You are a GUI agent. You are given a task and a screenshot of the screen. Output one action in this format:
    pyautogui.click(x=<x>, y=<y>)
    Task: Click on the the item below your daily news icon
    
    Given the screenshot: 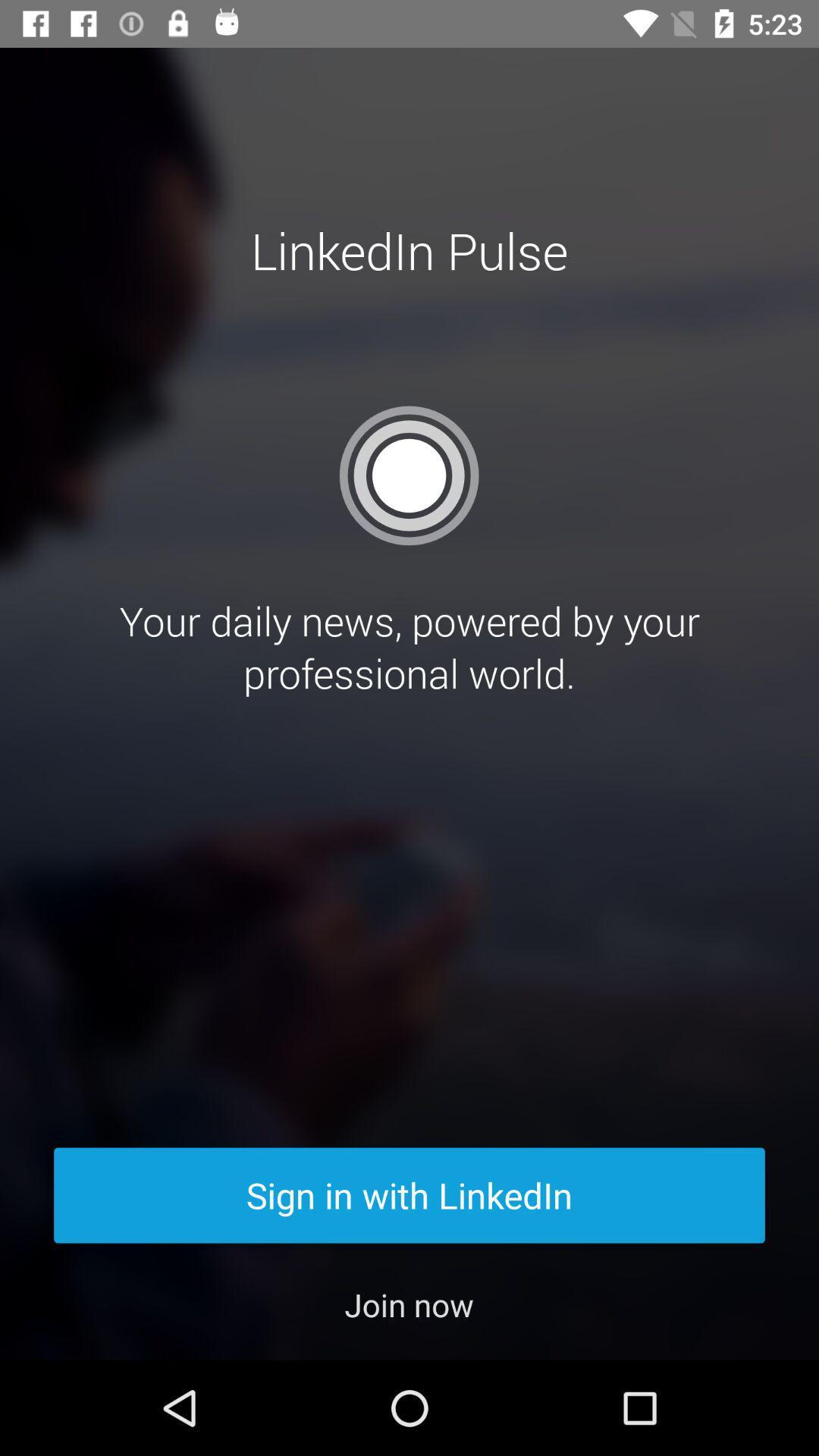 What is the action you would take?
    pyautogui.click(x=409, y=1194)
    